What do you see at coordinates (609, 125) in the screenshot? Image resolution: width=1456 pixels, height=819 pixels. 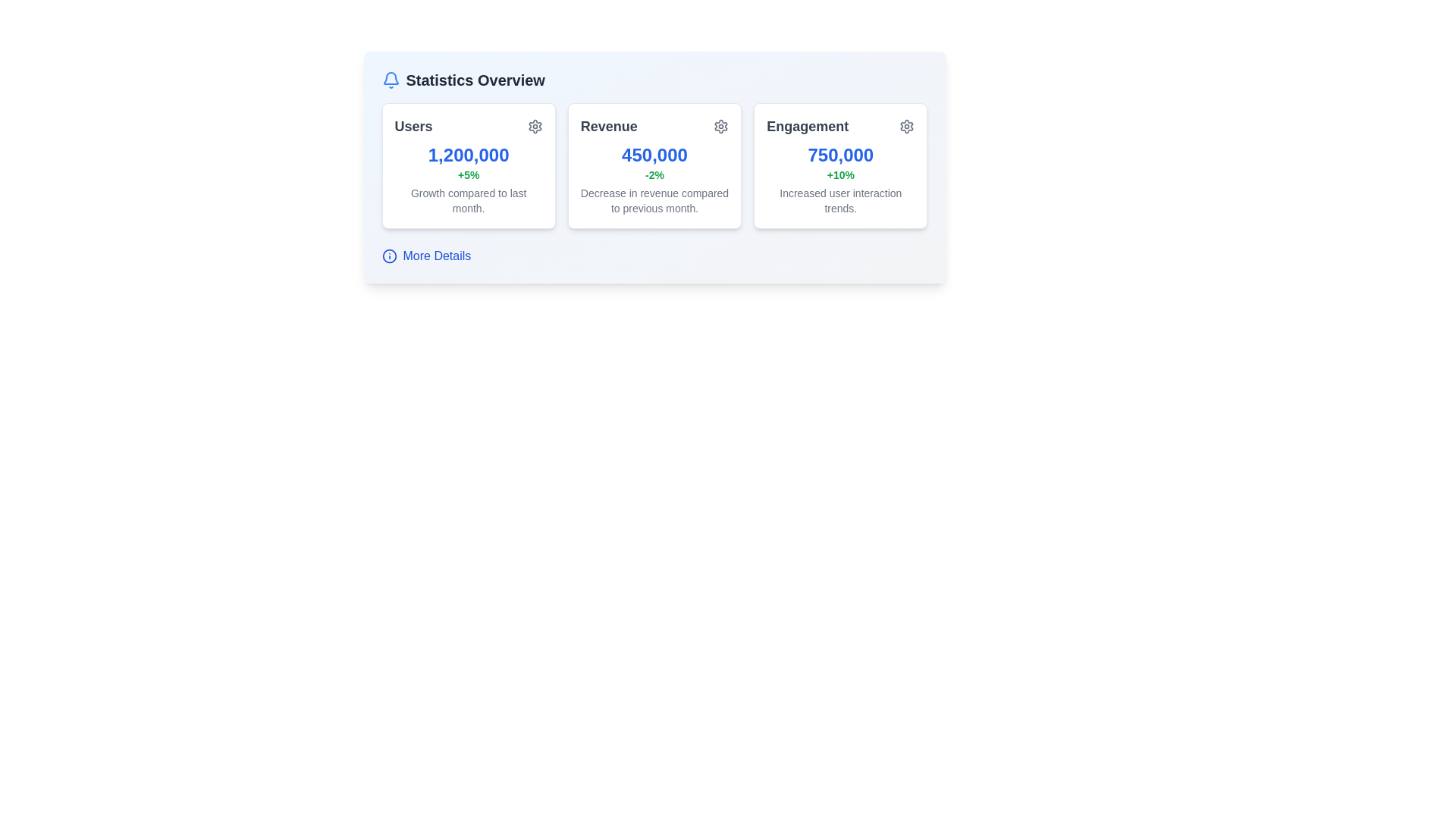 I see `text label that serves as a header for the section elaborating on revenue statistics, positioned to the left of a settings icon` at bounding box center [609, 125].